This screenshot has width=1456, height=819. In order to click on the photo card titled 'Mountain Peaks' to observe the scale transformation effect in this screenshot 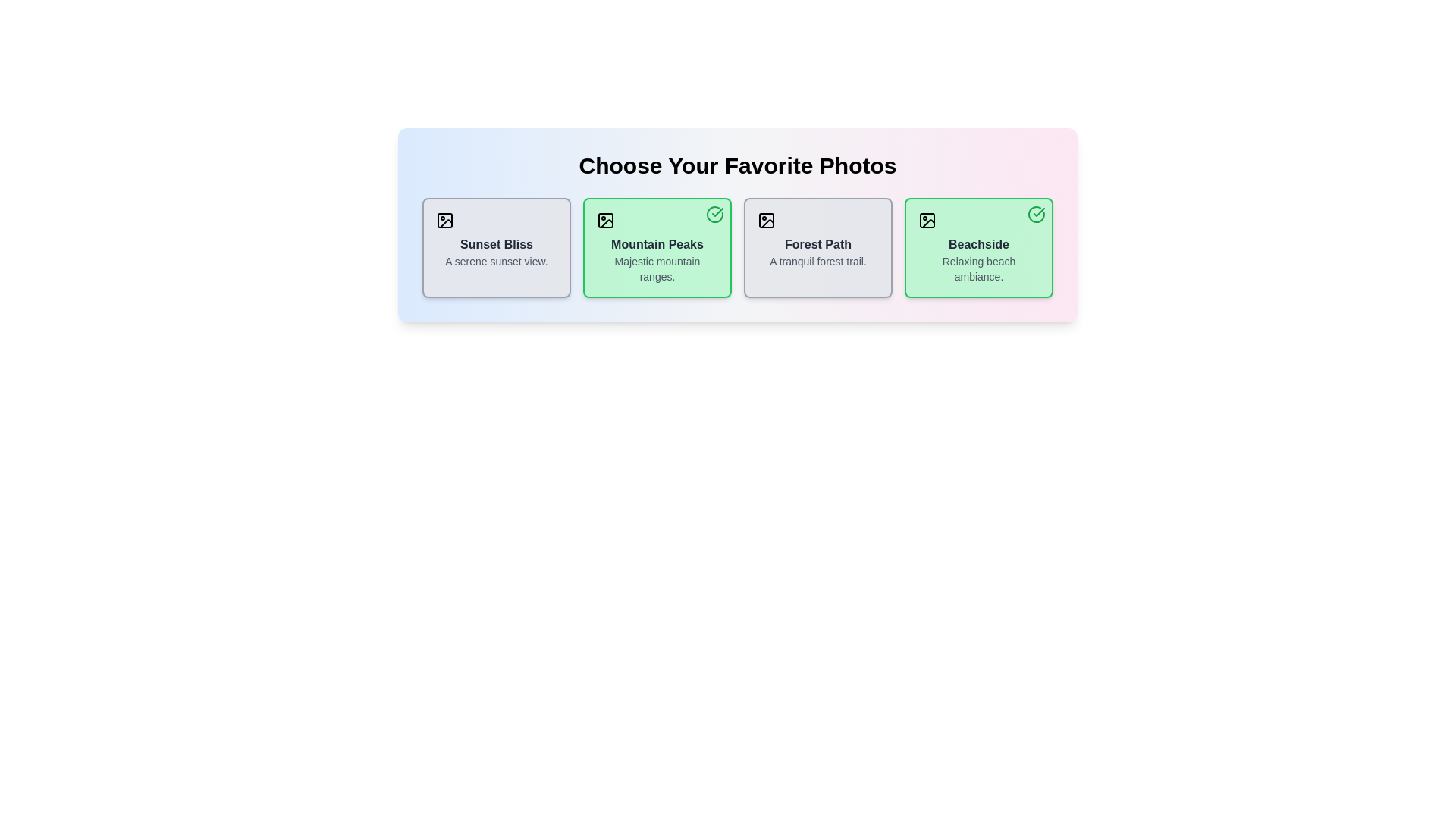, I will do `click(657, 247)`.